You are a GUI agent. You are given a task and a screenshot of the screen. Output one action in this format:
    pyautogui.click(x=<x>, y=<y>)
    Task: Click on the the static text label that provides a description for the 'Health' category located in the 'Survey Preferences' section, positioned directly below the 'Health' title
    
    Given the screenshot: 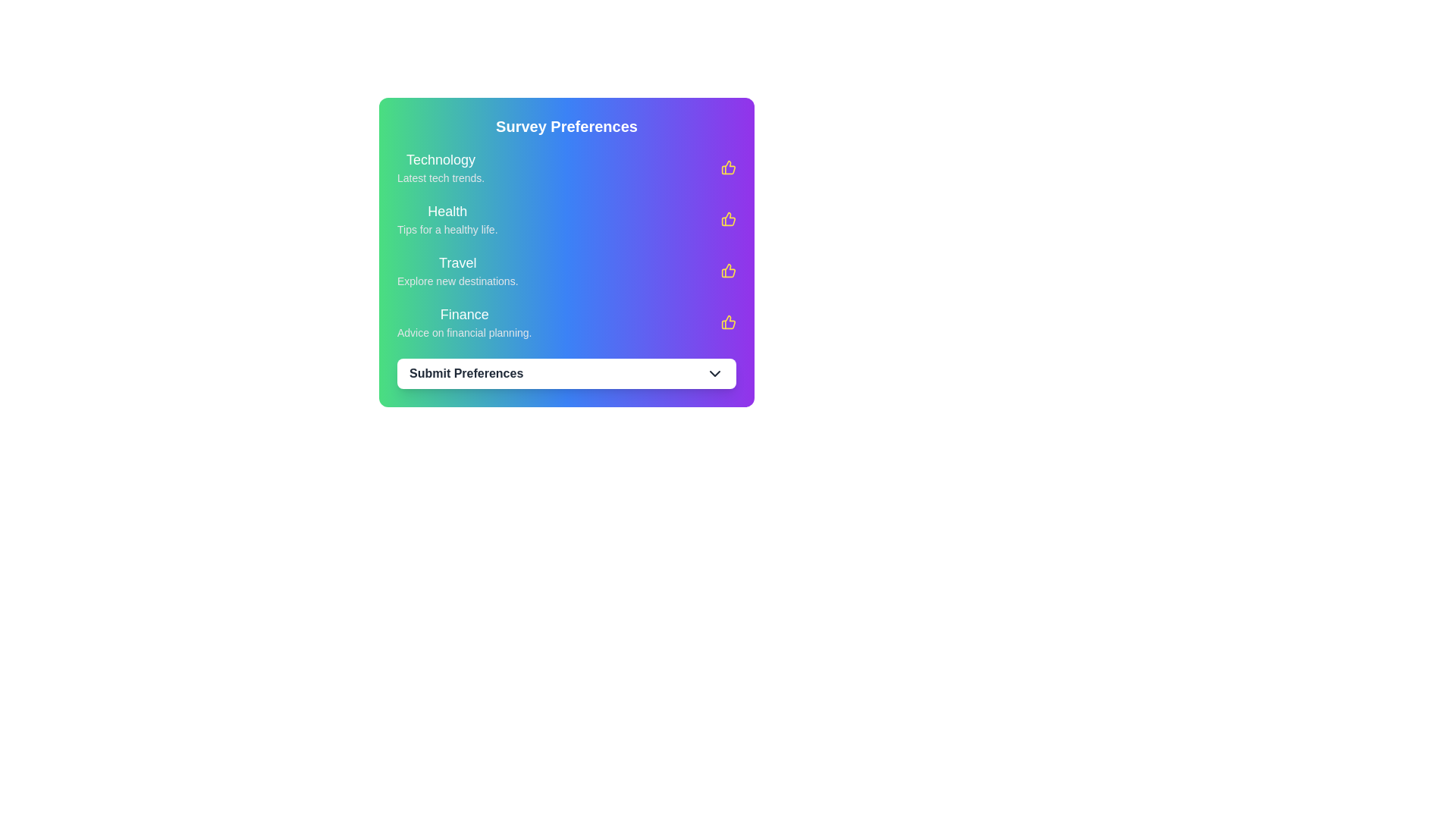 What is the action you would take?
    pyautogui.click(x=447, y=230)
    